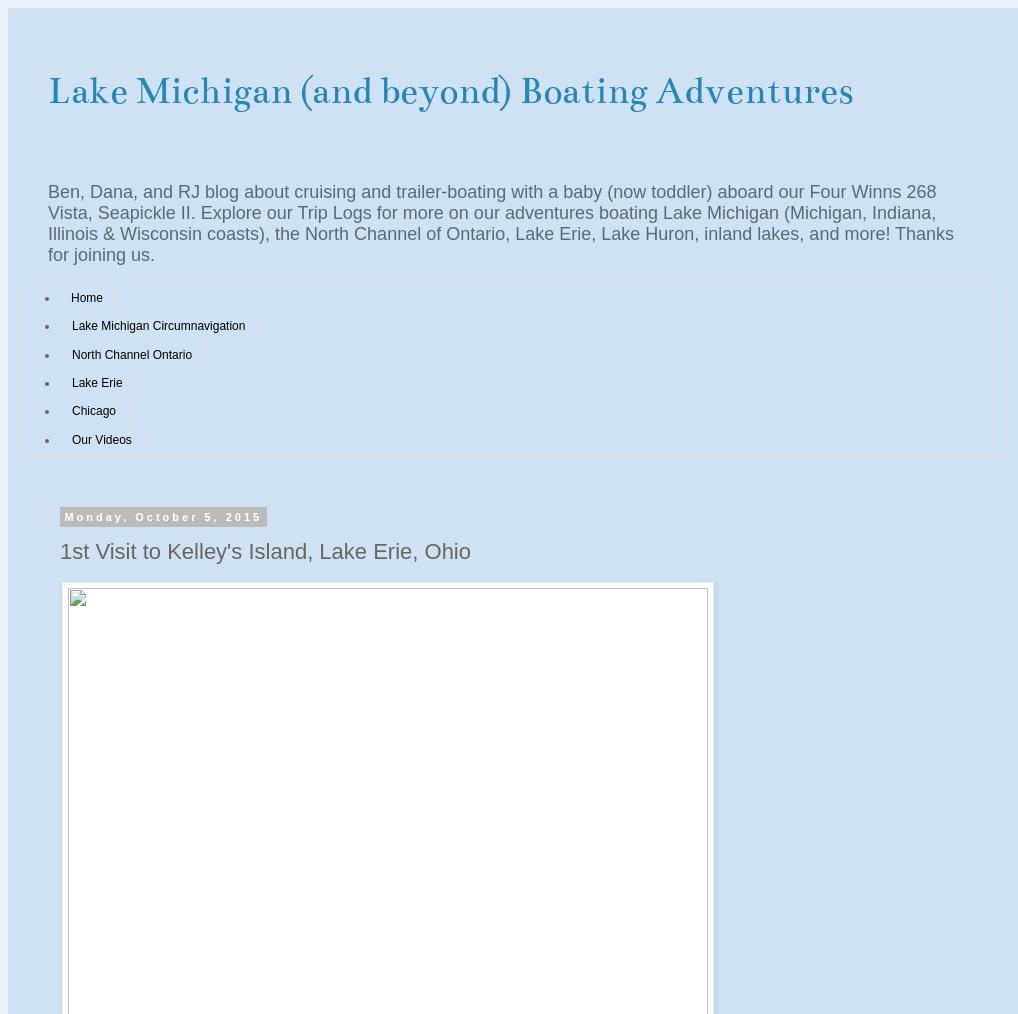 The height and width of the screenshot is (1014, 1018). I want to click on 'Chicago', so click(93, 409).